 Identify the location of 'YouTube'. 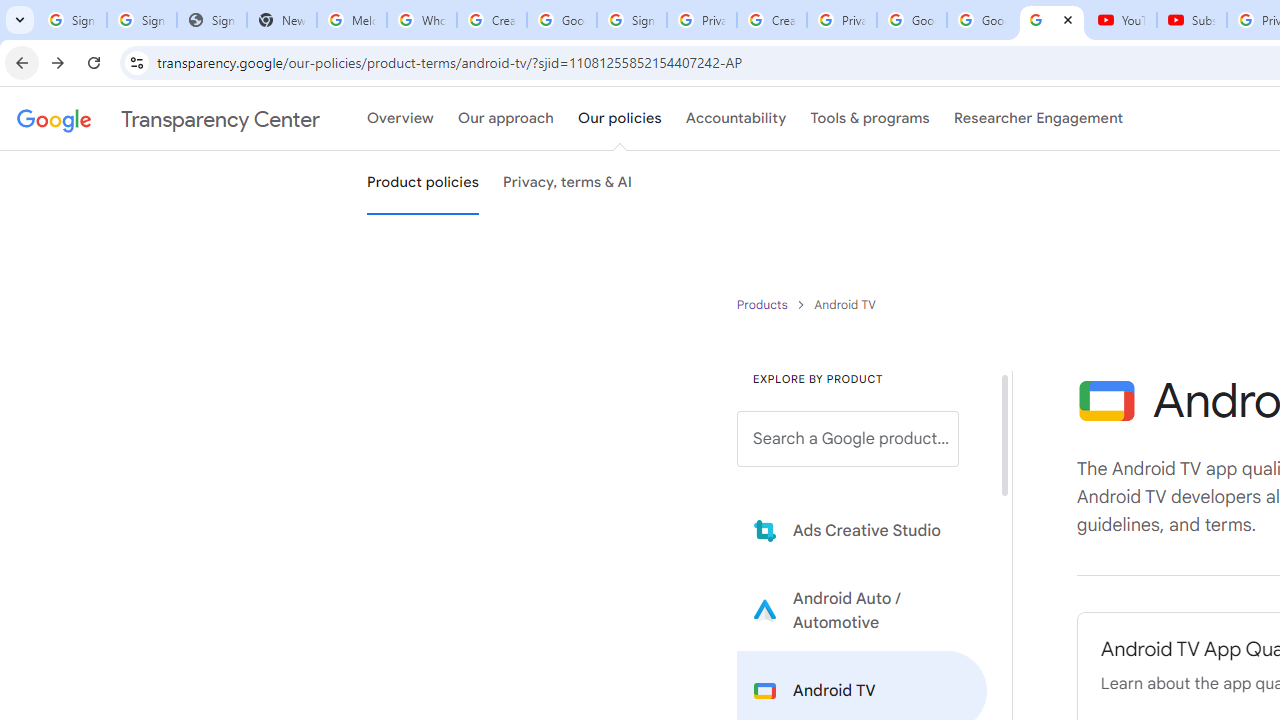
(1121, 20).